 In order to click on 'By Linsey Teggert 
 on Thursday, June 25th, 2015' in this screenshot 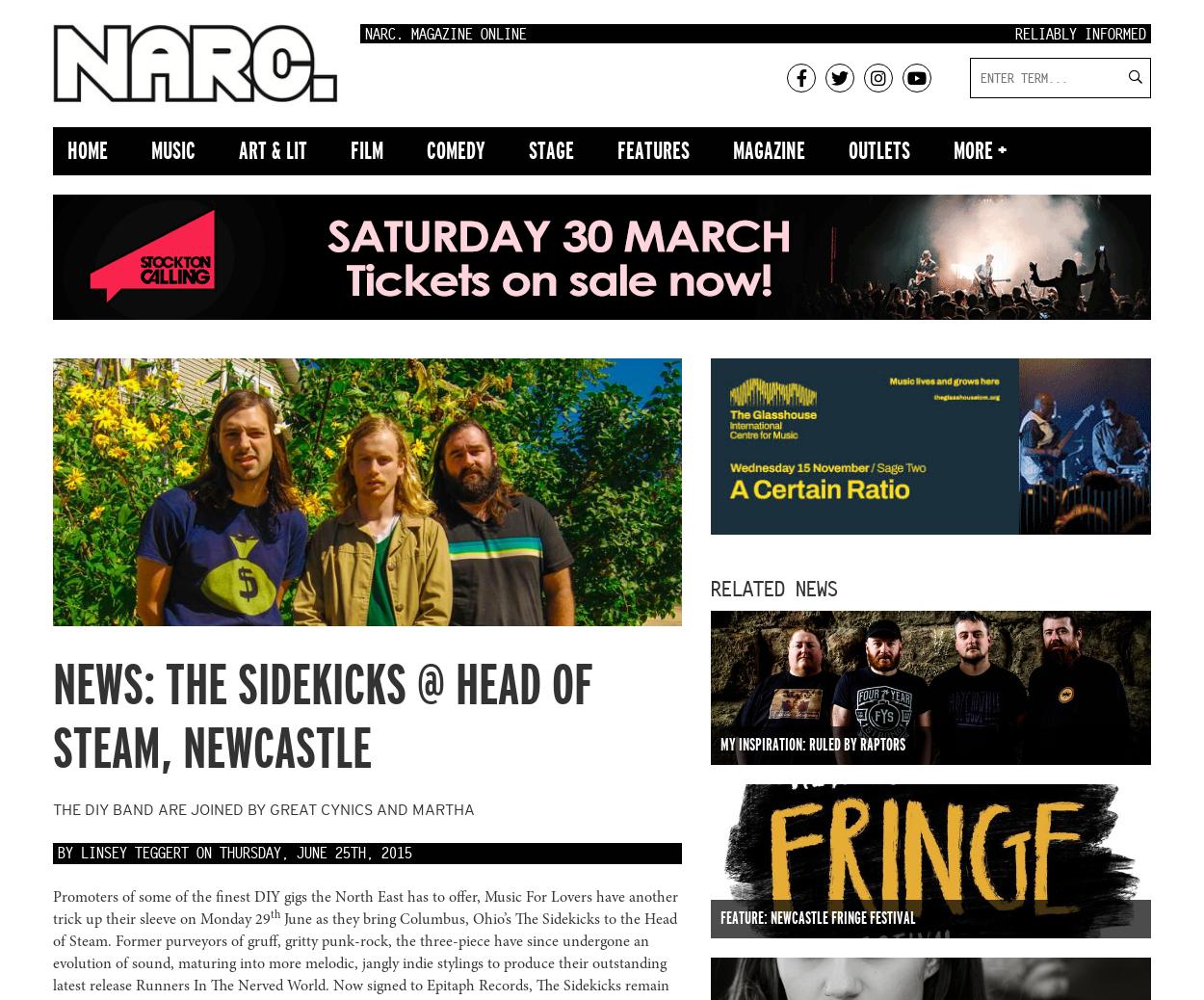, I will do `click(234, 852)`.